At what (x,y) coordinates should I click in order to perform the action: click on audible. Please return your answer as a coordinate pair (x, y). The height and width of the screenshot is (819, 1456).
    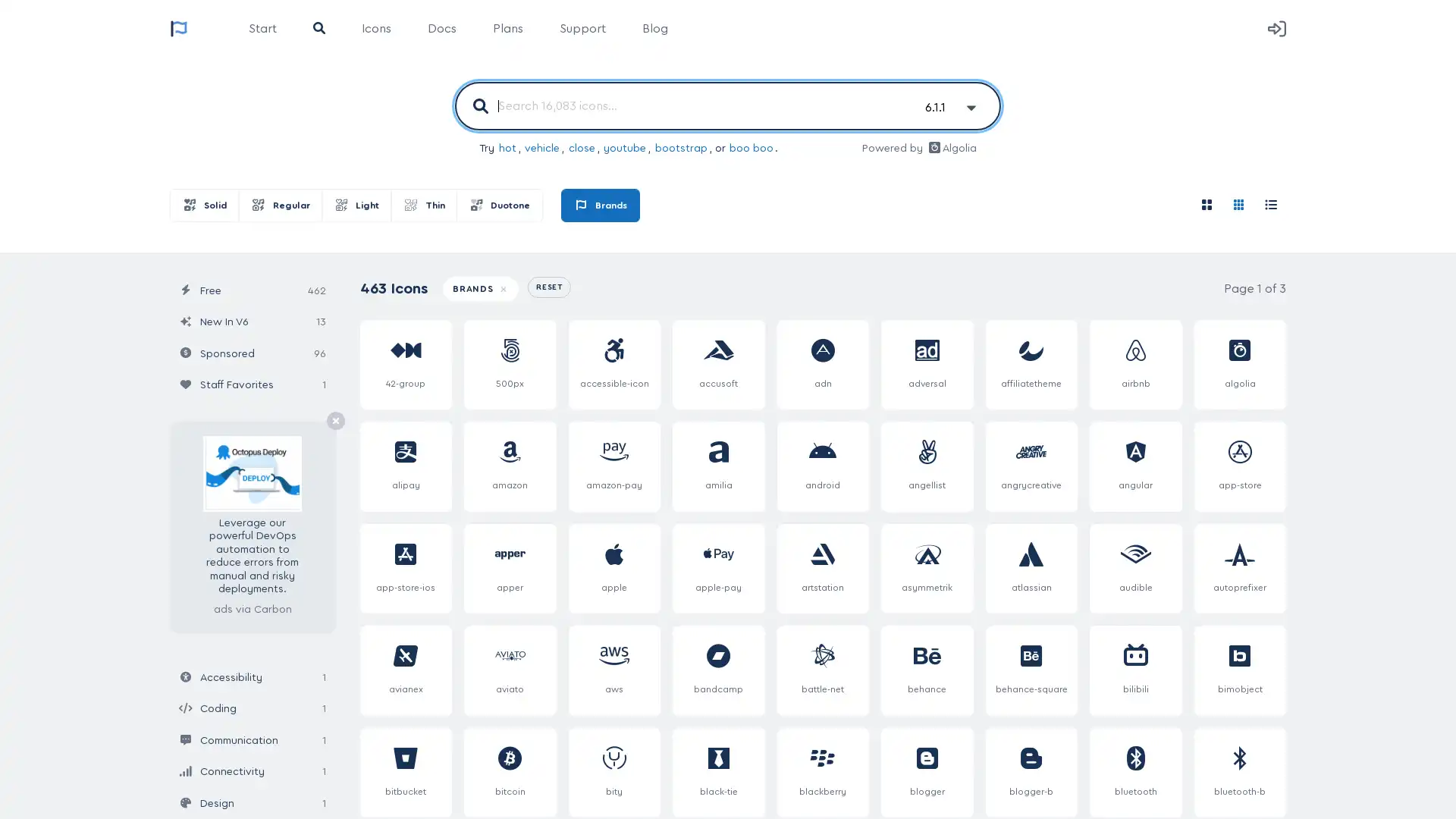
    Looking at the image, I should click on (1135, 579).